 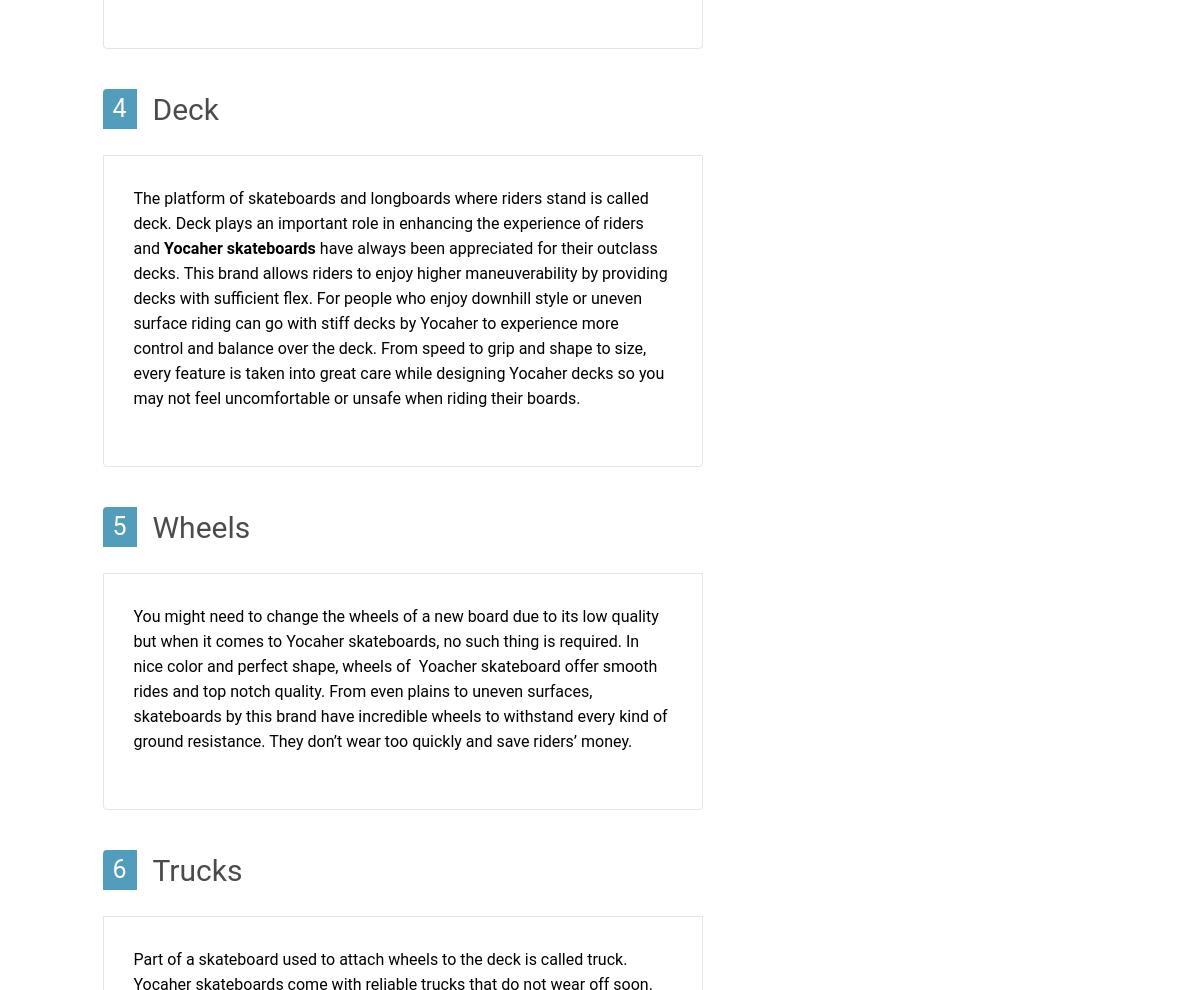 I want to click on 'The platform of skateboards and longboards where riders stand is called deck. Deck plays an important role in enhancing the experience of riders and', so click(x=390, y=222).